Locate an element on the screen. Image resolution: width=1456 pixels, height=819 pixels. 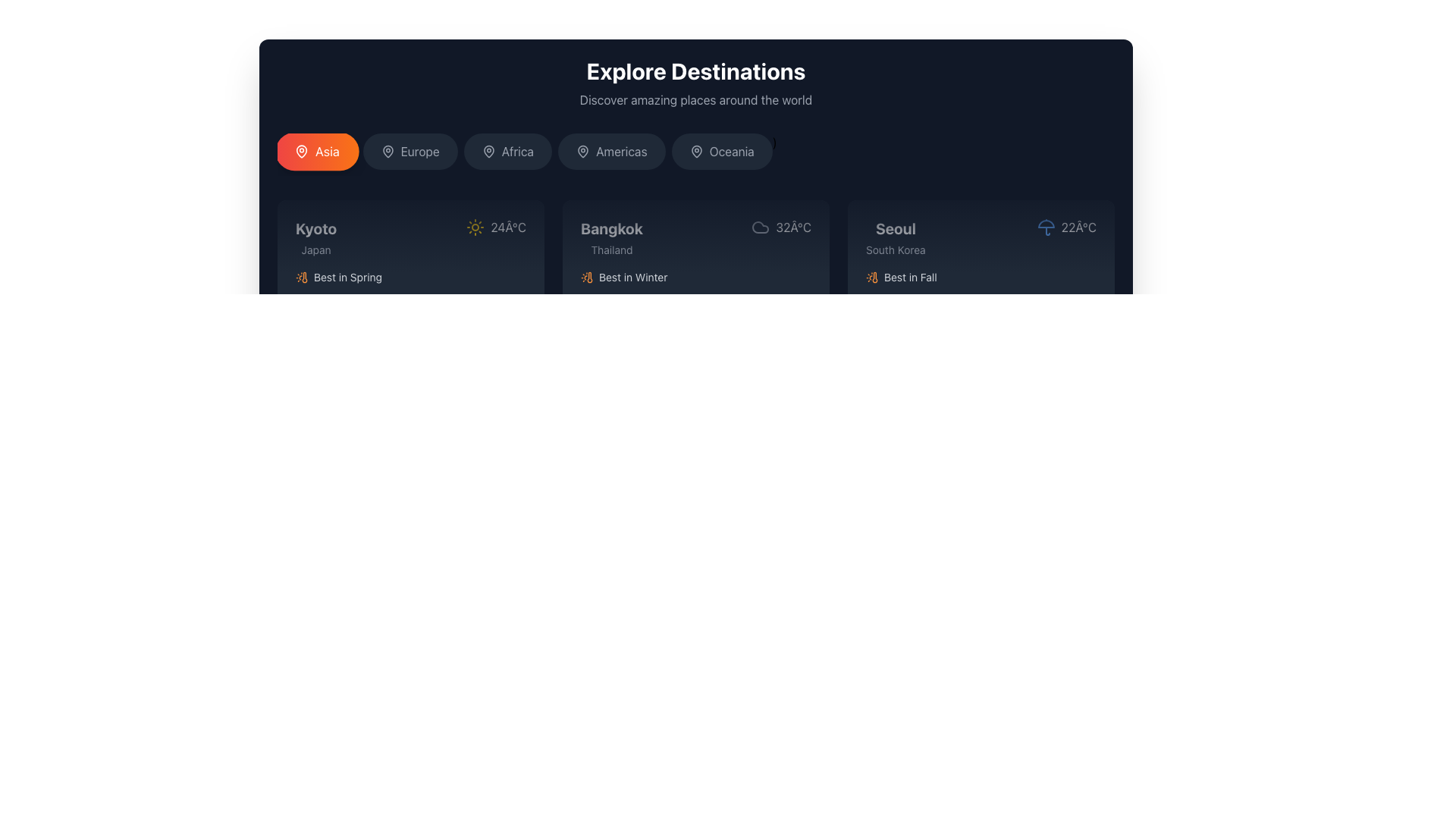
the orange-colored thermometer-sun icon located adjacent to the text 'Best in Winter', positioned below the card for 'Bangkok, Thailand' is located at coordinates (585, 278).